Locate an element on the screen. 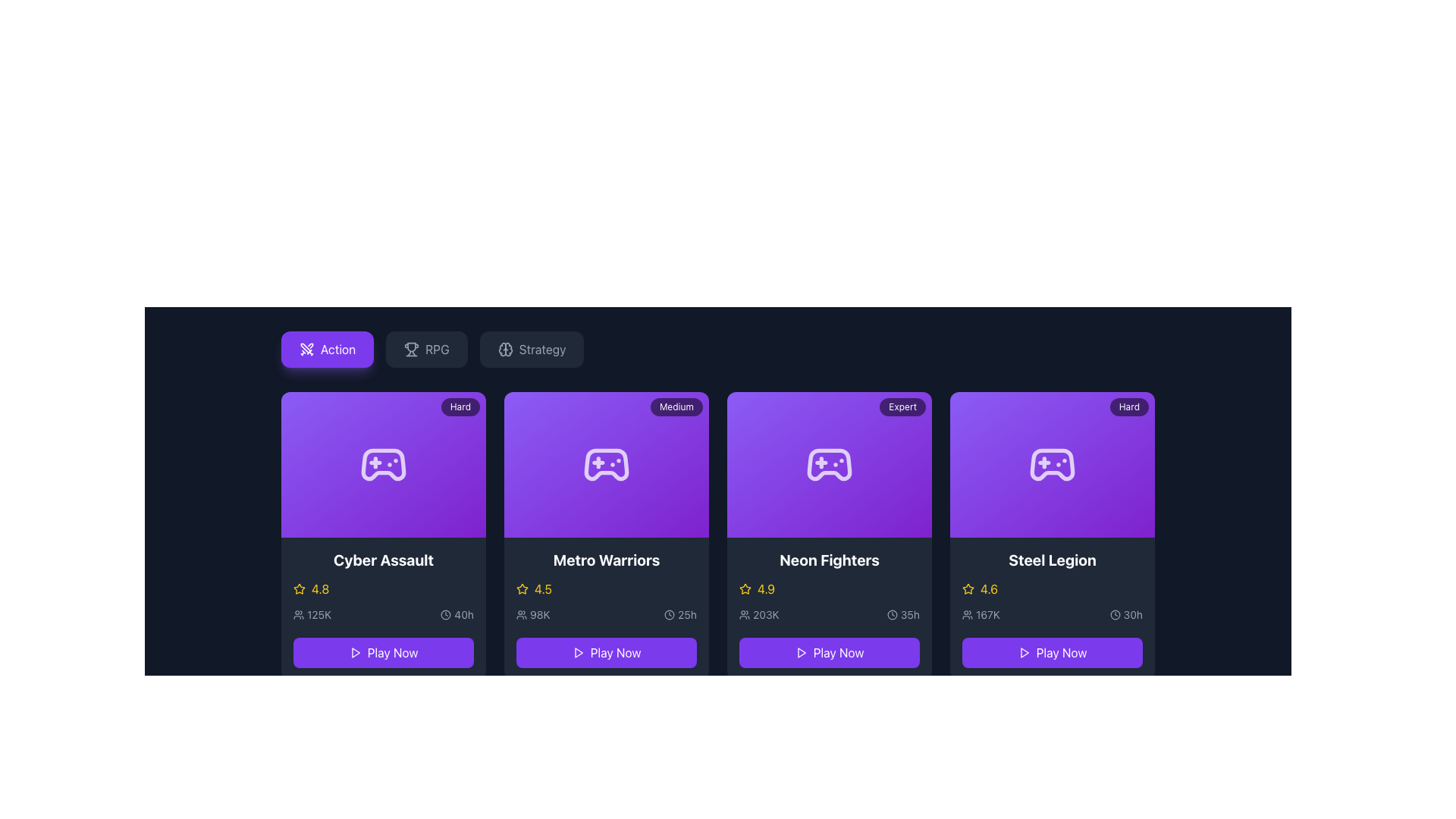 The image size is (1456, 819). the button located at the bottom center of the 'Metro Warriors' card to observe hover effects is located at coordinates (607, 648).